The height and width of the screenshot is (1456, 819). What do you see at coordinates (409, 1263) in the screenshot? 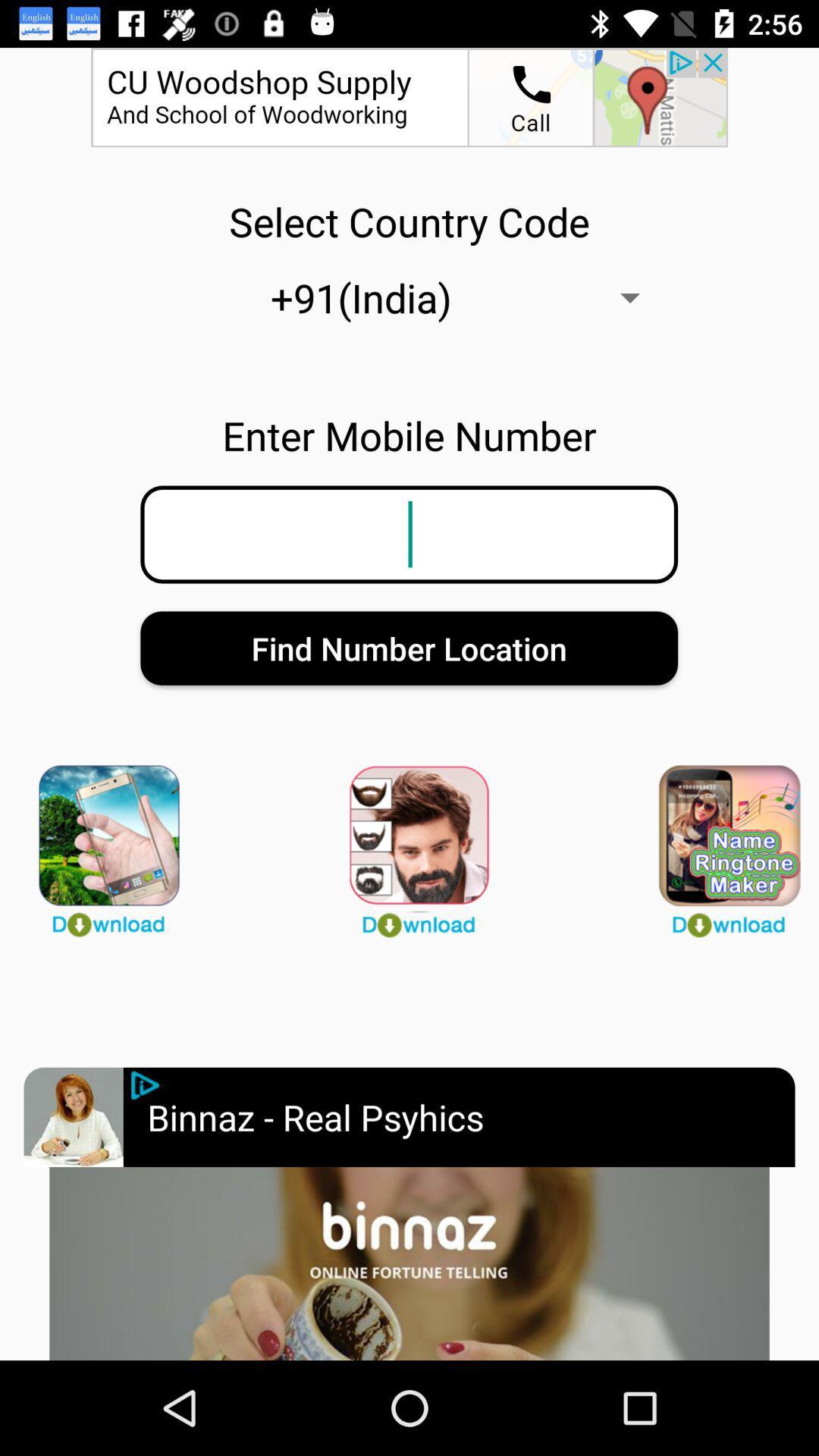
I see `advertainment` at bounding box center [409, 1263].